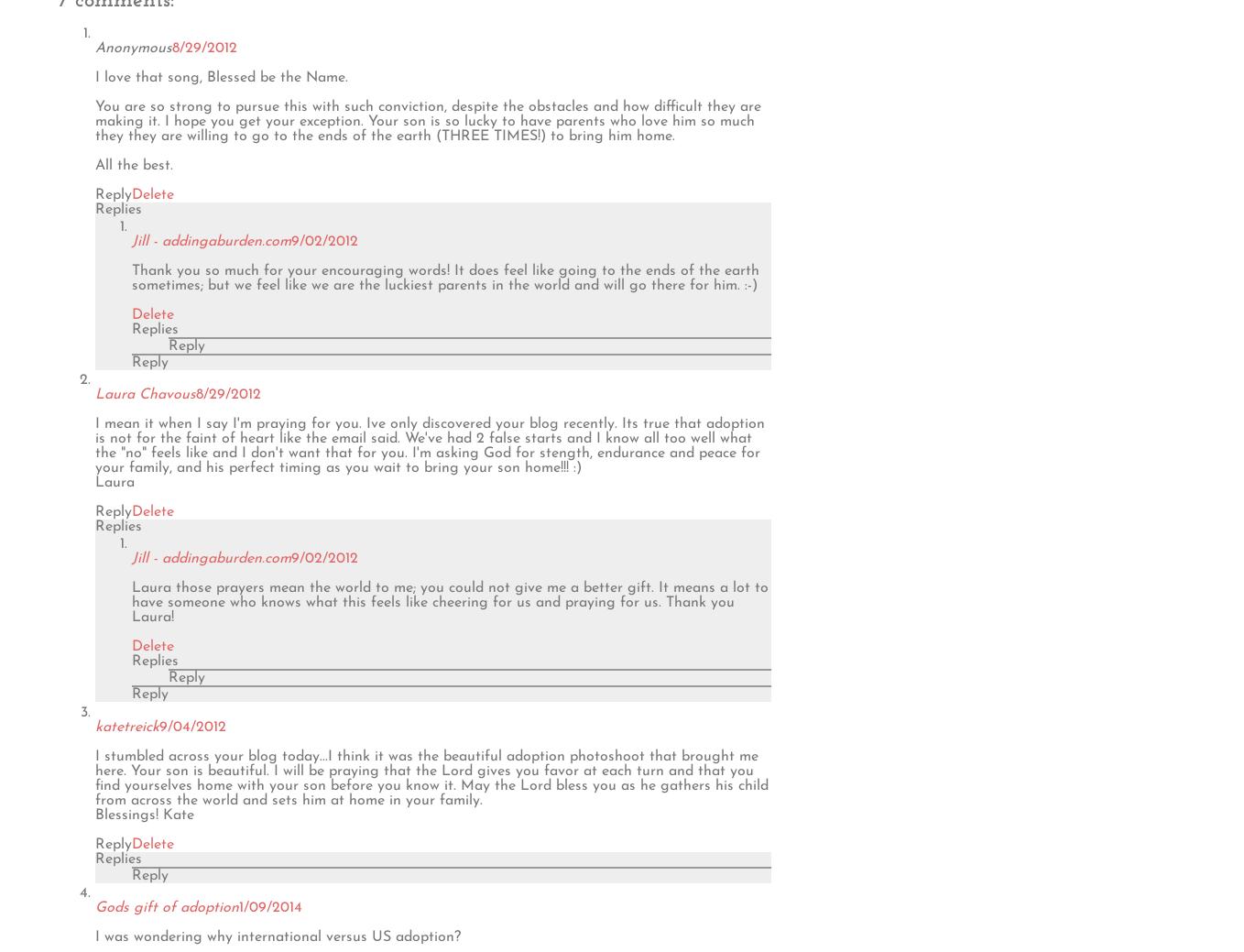 This screenshot has height=952, width=1244. What do you see at coordinates (94, 725) in the screenshot?
I see `'katetreick'` at bounding box center [94, 725].